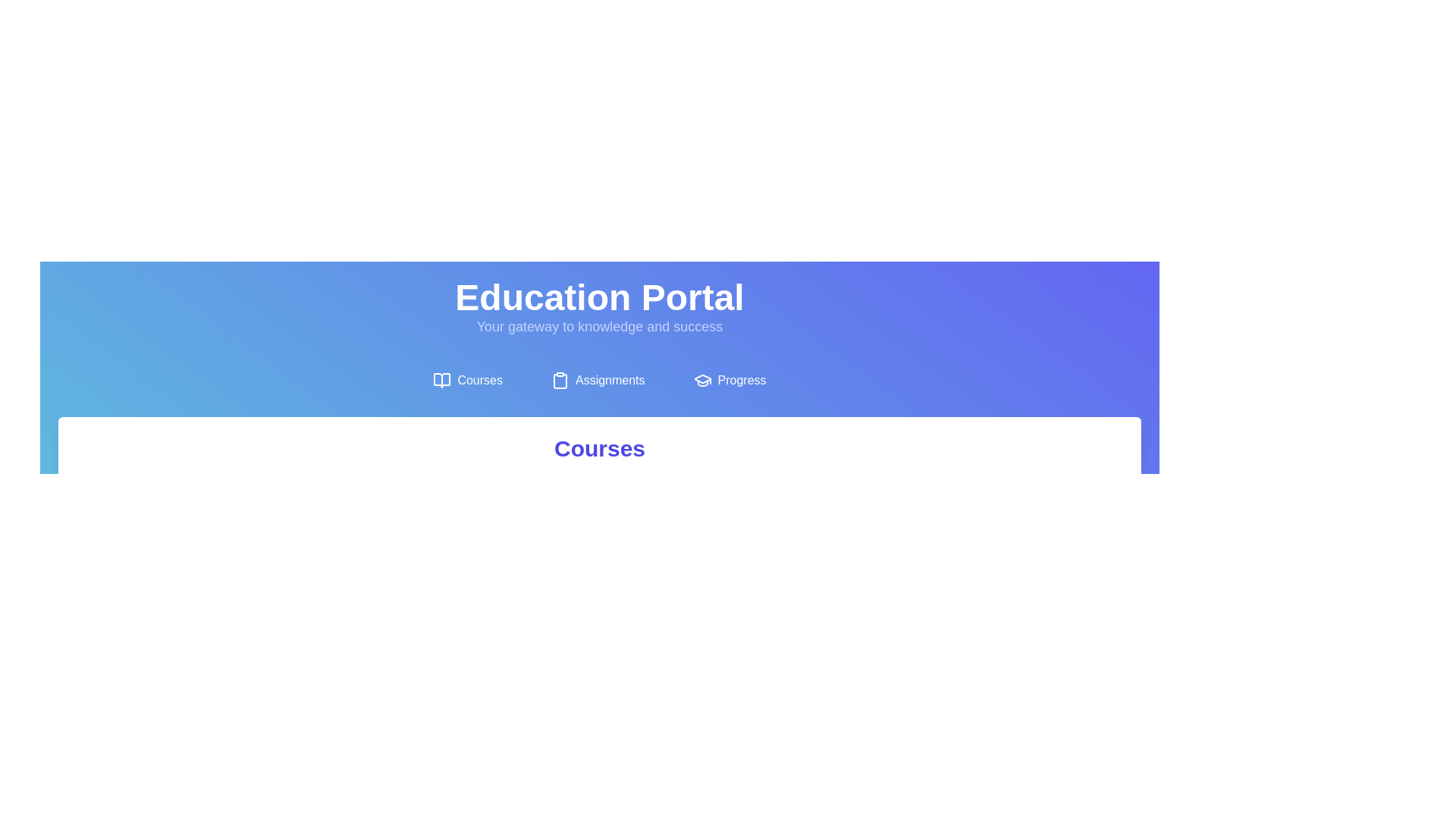  Describe the element at coordinates (730, 379) in the screenshot. I see `the Progress tab to view its content` at that location.